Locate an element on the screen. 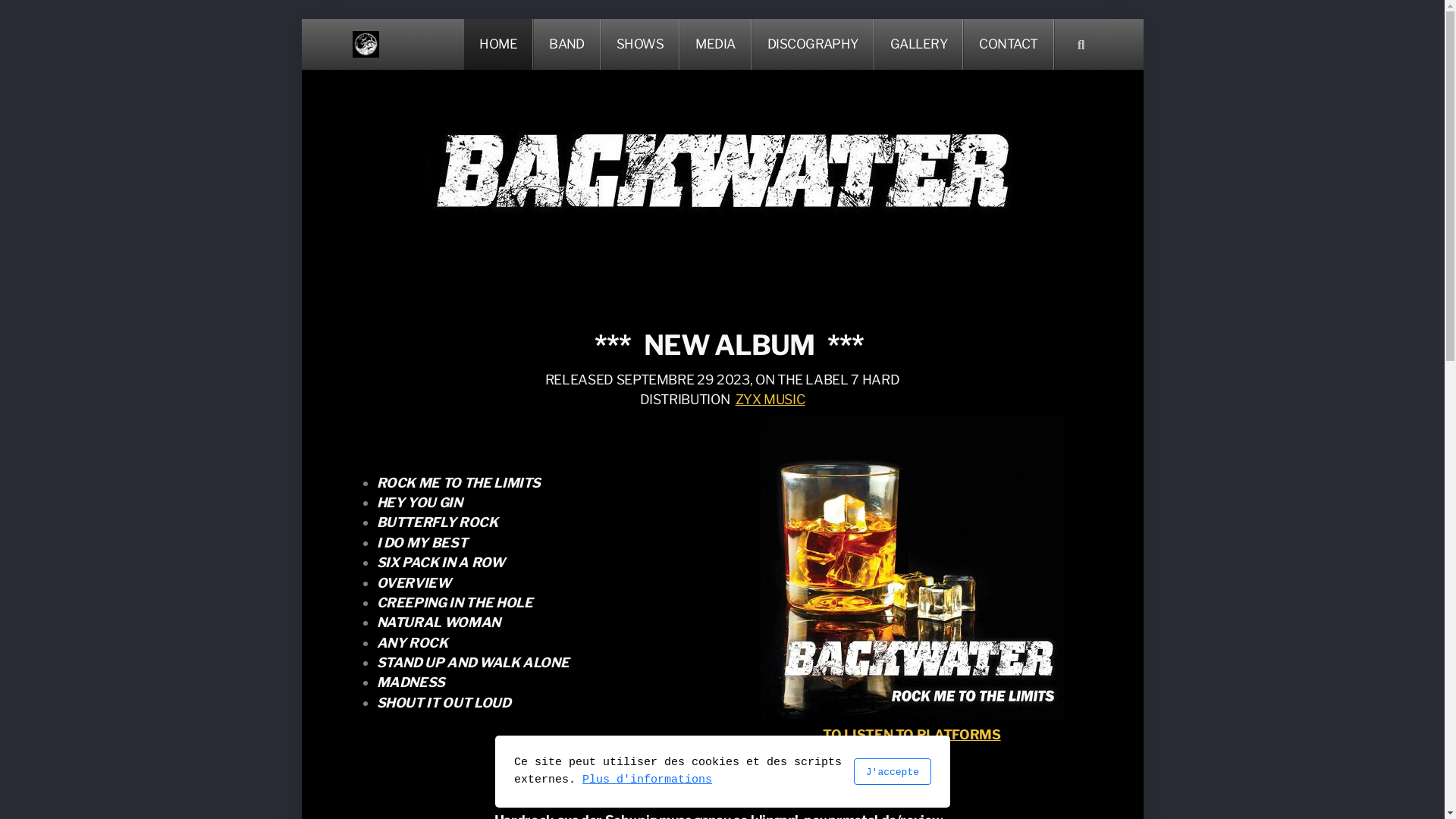 The height and width of the screenshot is (819, 1456). 'BAND' is located at coordinates (566, 43).